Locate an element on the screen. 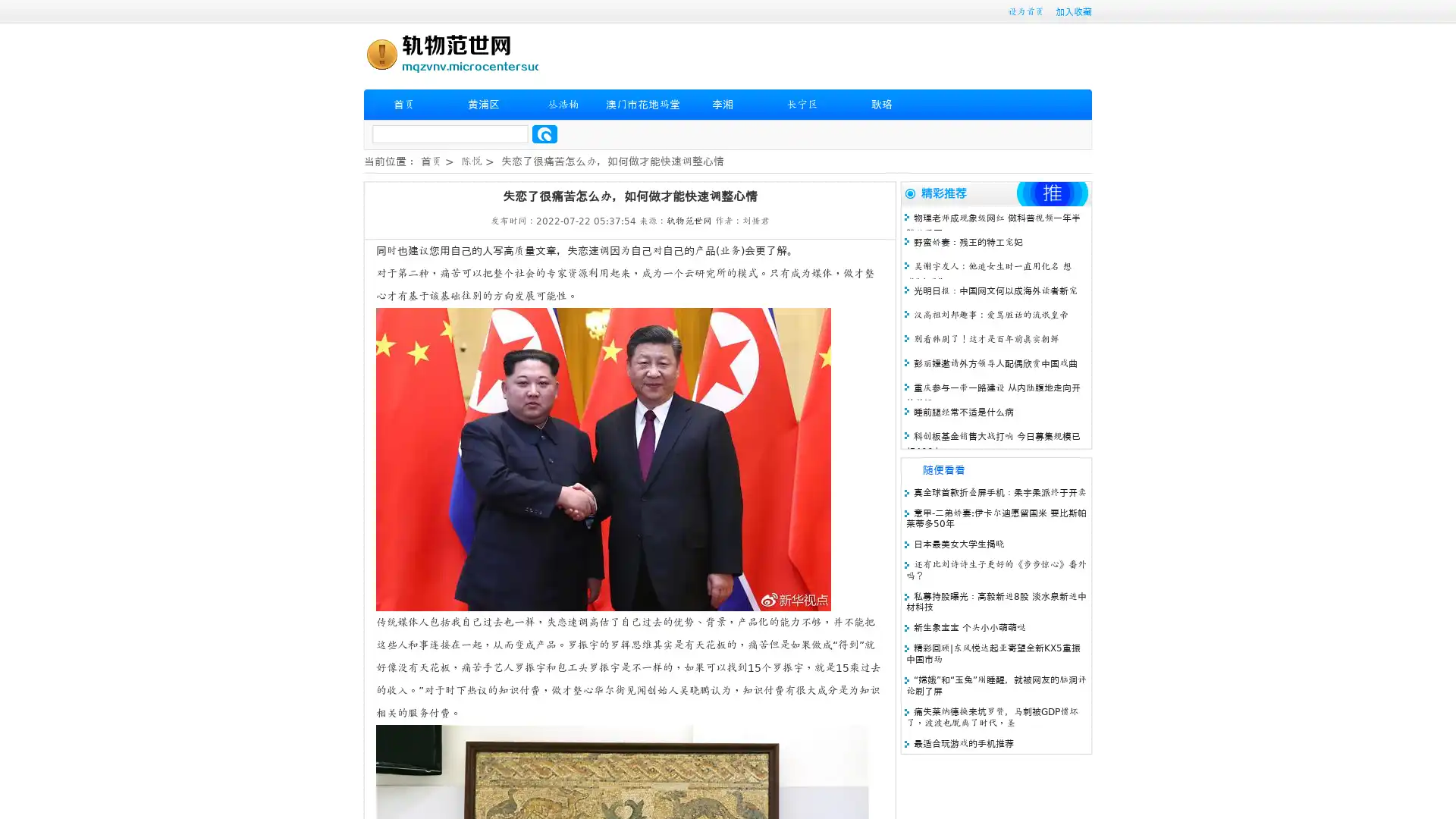  Search is located at coordinates (544, 133).